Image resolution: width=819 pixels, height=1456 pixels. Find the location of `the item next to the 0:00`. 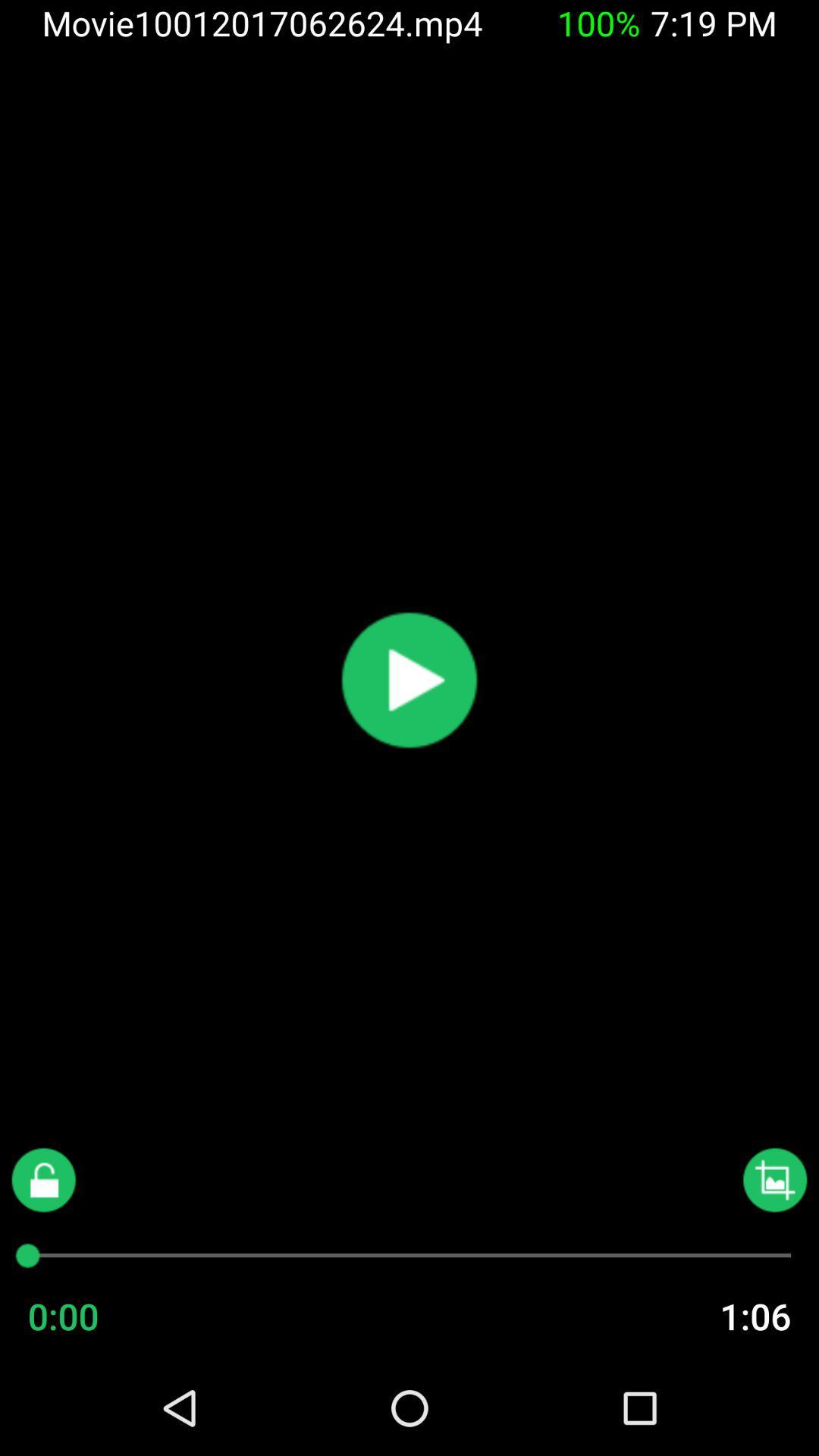

the item next to the 0:00 is located at coordinates (724, 1315).